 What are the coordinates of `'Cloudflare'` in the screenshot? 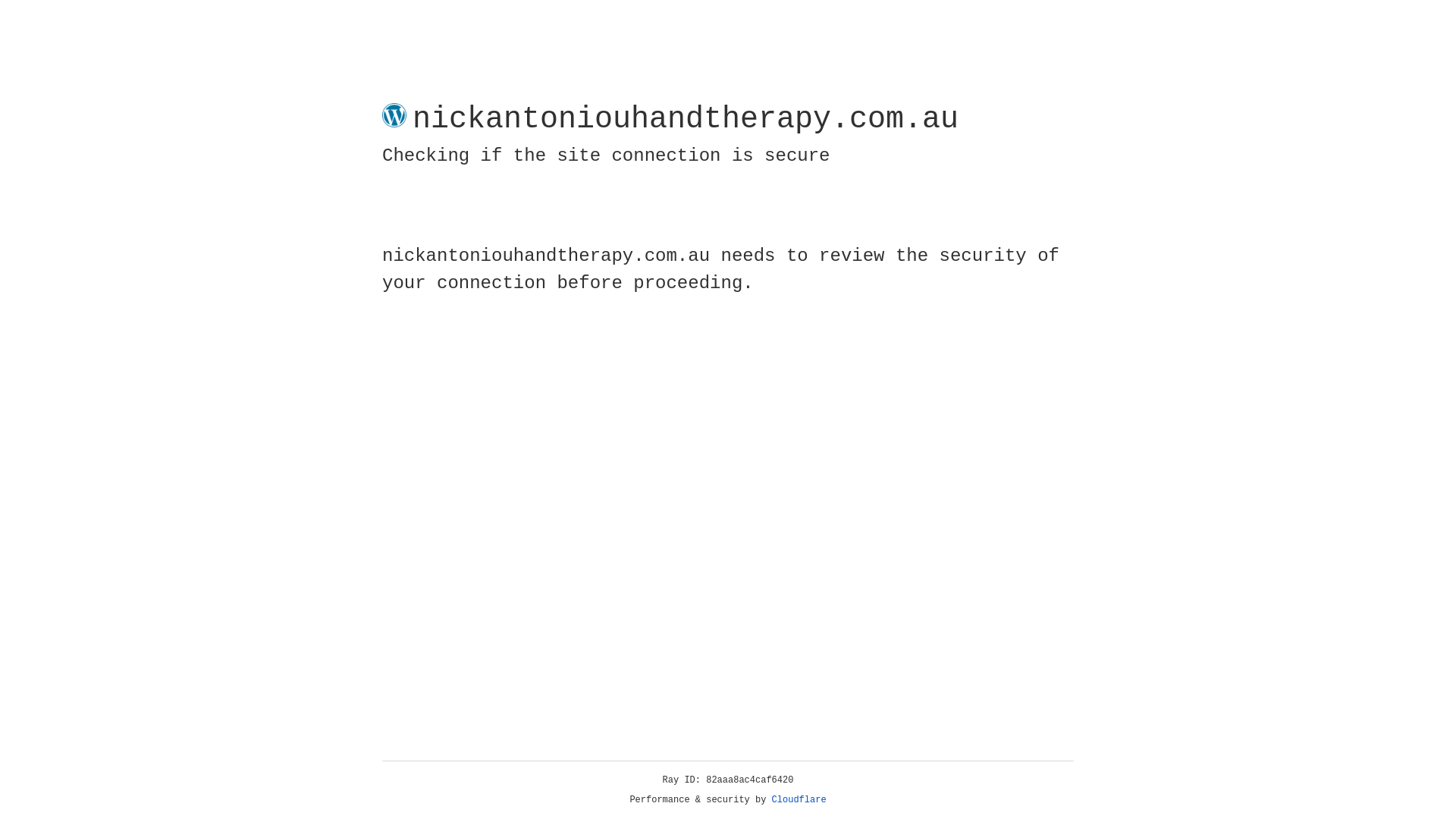 It's located at (799, 799).